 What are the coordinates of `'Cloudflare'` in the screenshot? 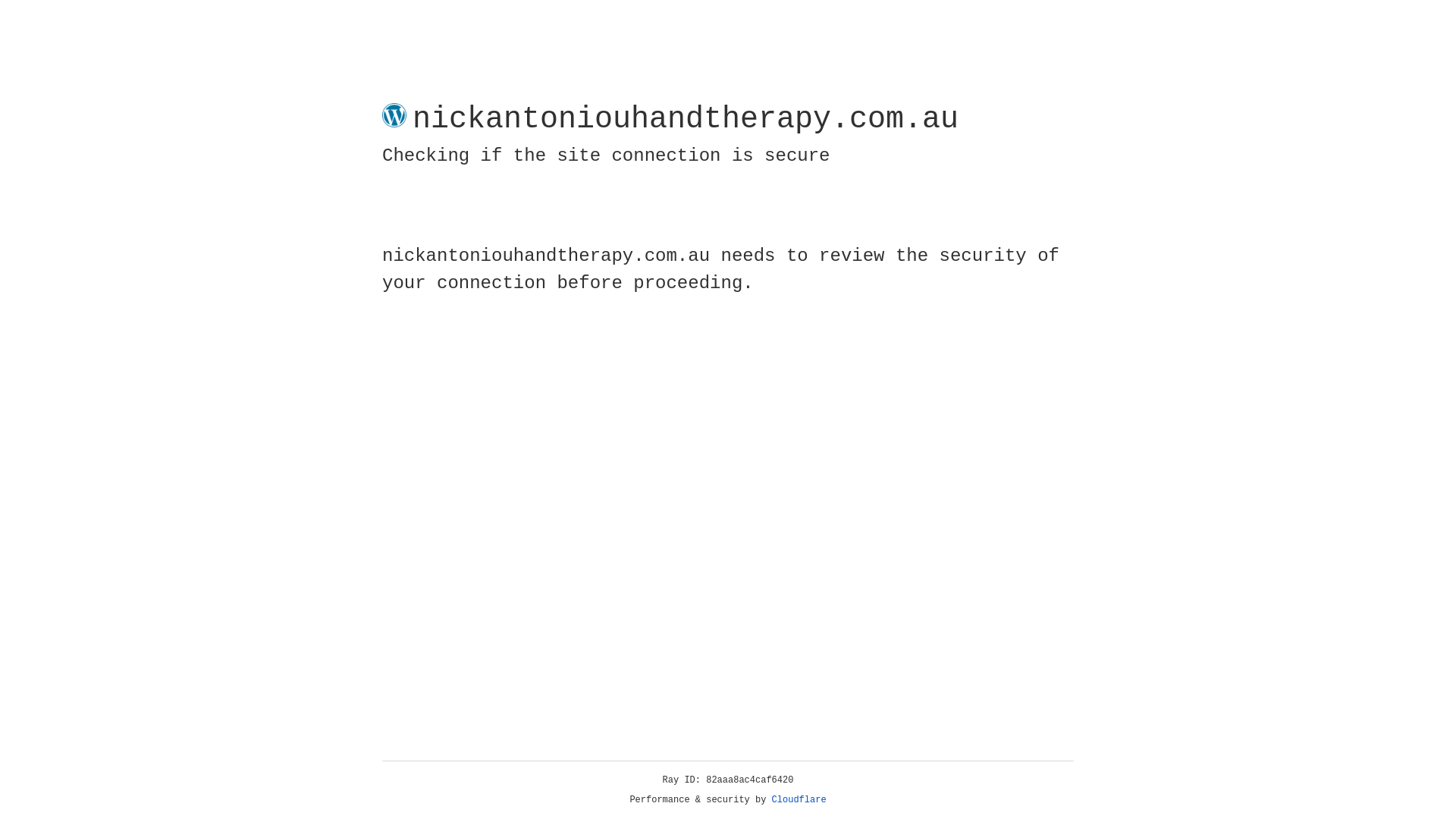 It's located at (799, 799).